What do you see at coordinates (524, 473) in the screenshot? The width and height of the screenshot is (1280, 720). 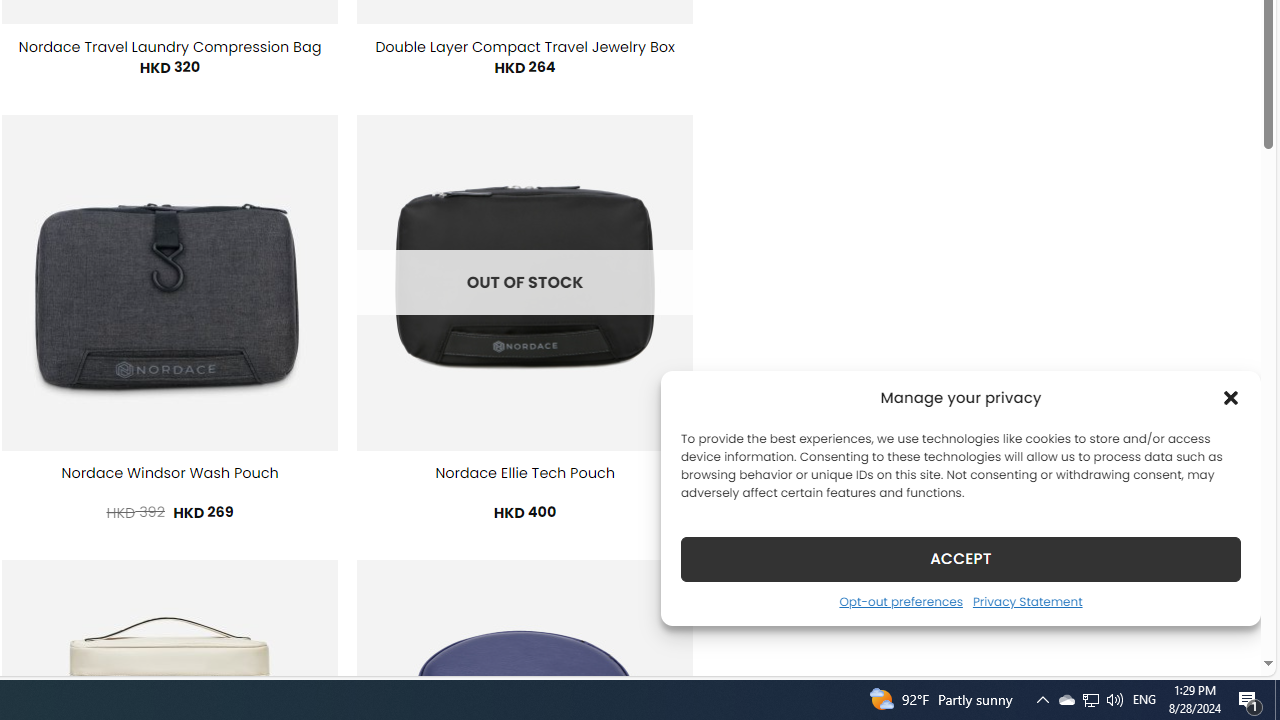 I see `'Nordace Ellie Tech Pouch'` at bounding box center [524, 473].